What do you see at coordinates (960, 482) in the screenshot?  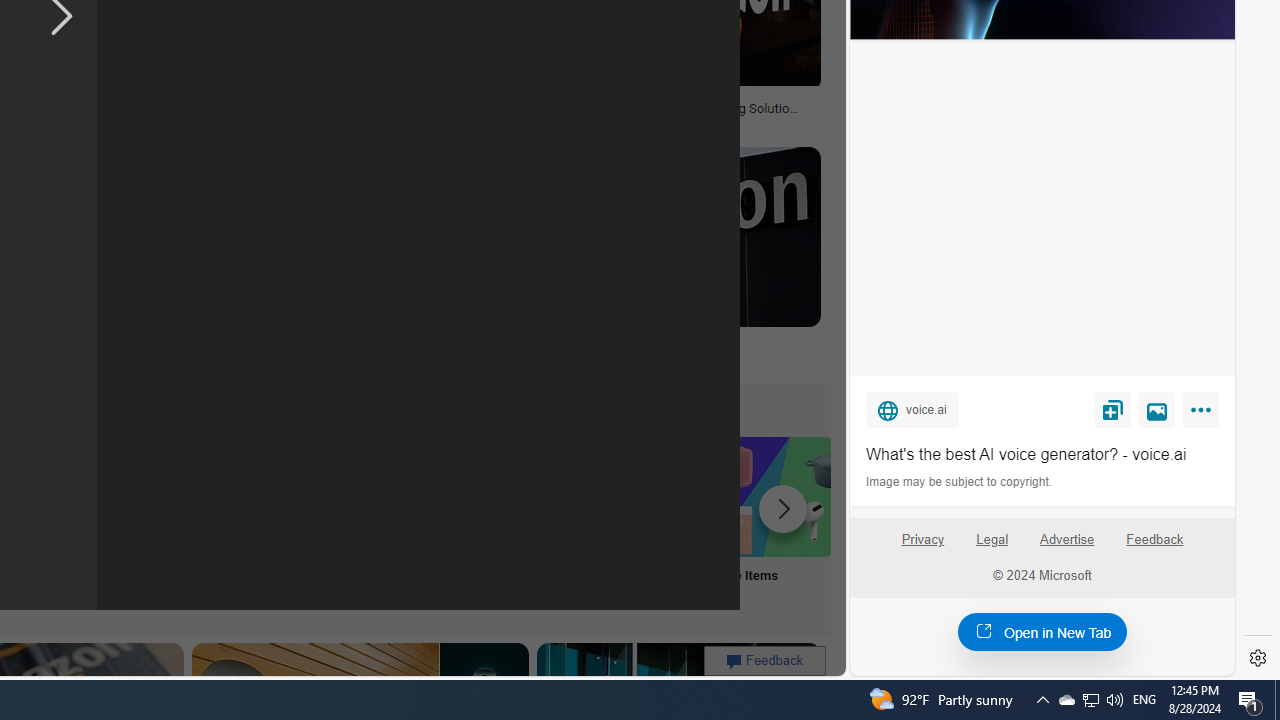 I see `'Image may be subject to copyright.'` at bounding box center [960, 482].